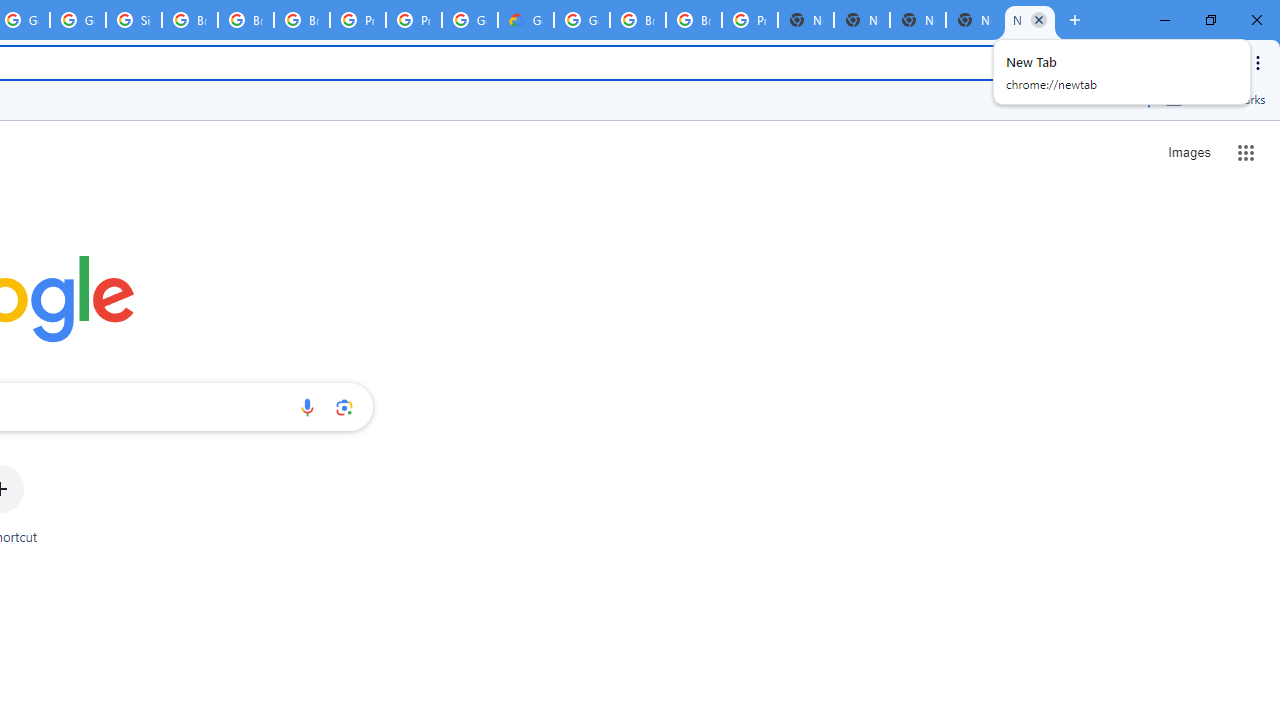  What do you see at coordinates (637, 20) in the screenshot?
I see `'Browse Chrome as a guest - Computer - Google Chrome Help'` at bounding box center [637, 20].